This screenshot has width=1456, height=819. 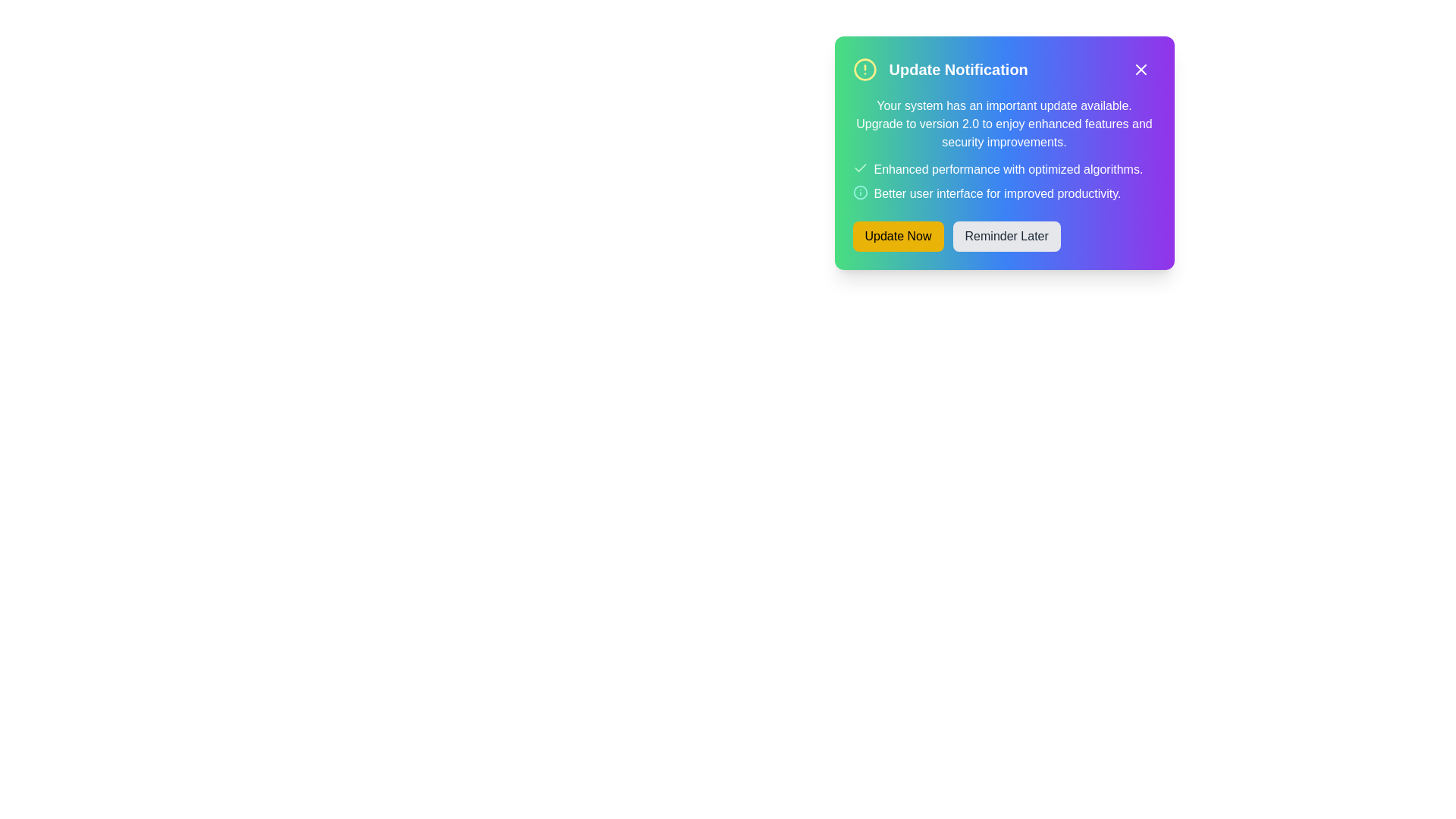 What do you see at coordinates (940, 70) in the screenshot?
I see `the Text Block with Icon at the top-left corner of the notification card to enhance readability` at bounding box center [940, 70].